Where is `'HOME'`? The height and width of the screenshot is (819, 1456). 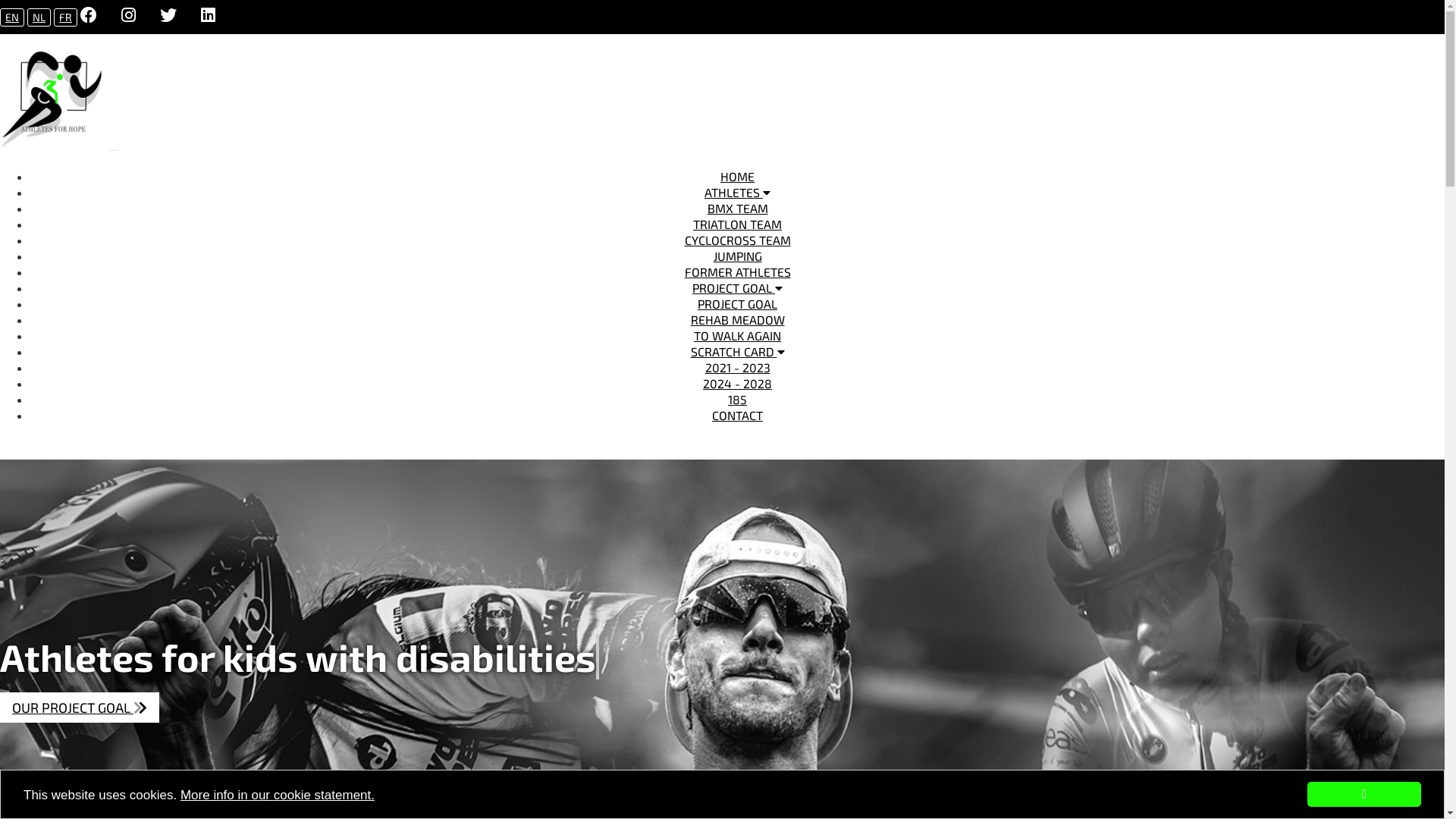
'HOME' is located at coordinates (737, 175).